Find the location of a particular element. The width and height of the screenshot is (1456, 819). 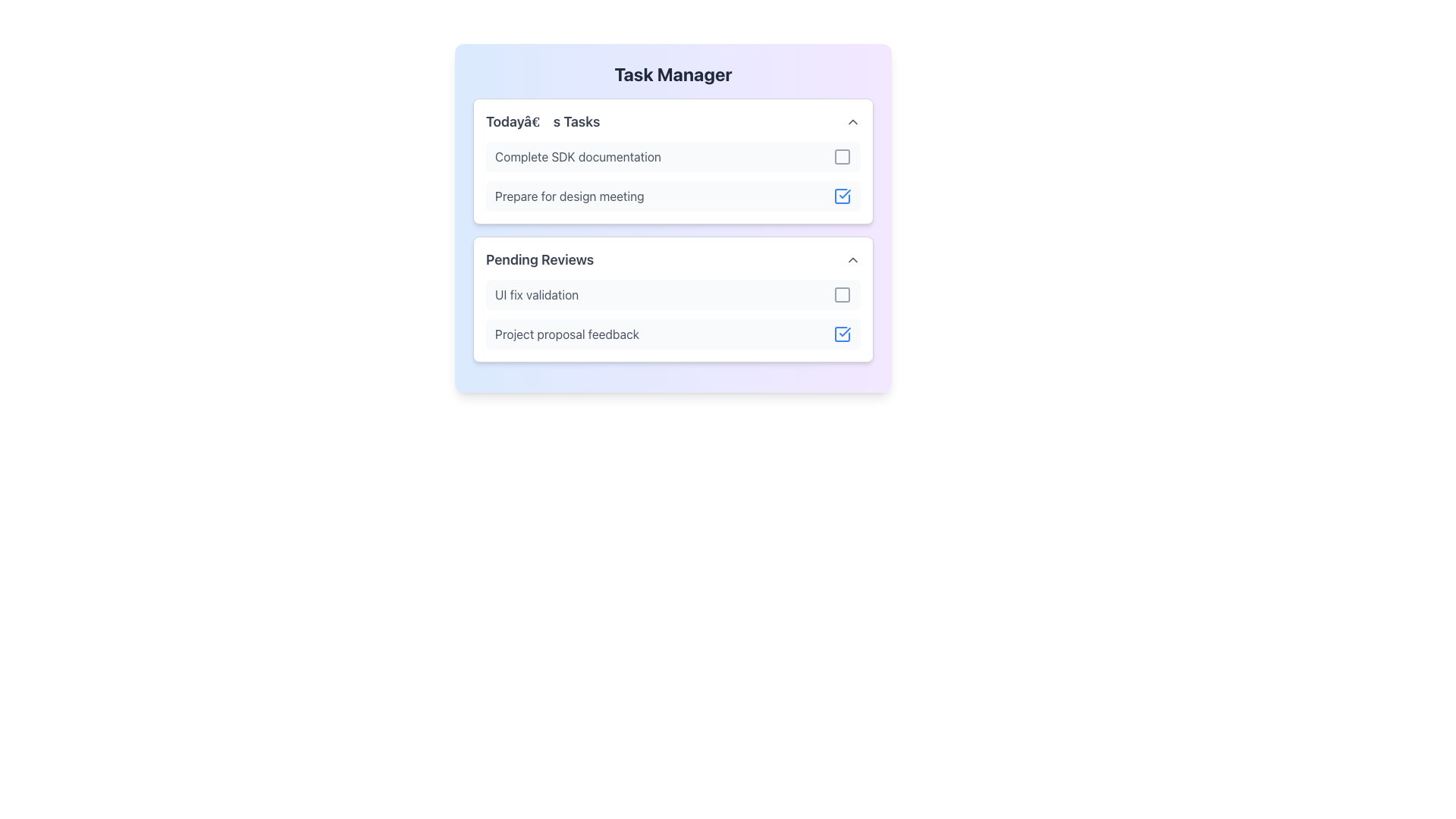

the title text element at the top-center of the task management card, which indicates the content or functionality related to the system is located at coordinates (673, 74).